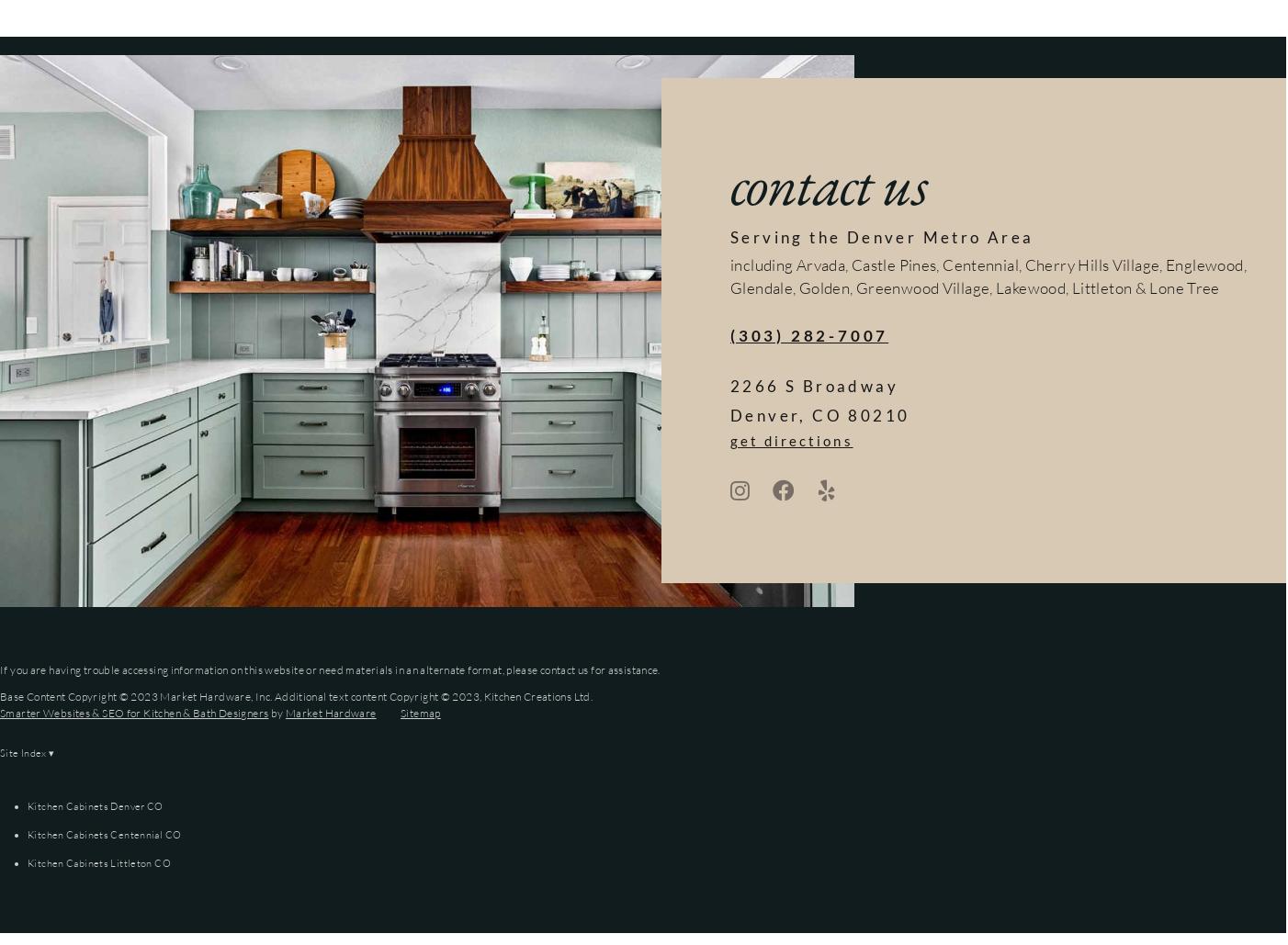 This screenshot has width=1288, height=945. What do you see at coordinates (729, 276) in the screenshot?
I see `'including Arvada, Castle Pines, Centennial, Cherry Hills Village, Englewood, Glendale, Golden, Greenwood Village, Lakewood, Littleton & Lone Tree'` at bounding box center [729, 276].